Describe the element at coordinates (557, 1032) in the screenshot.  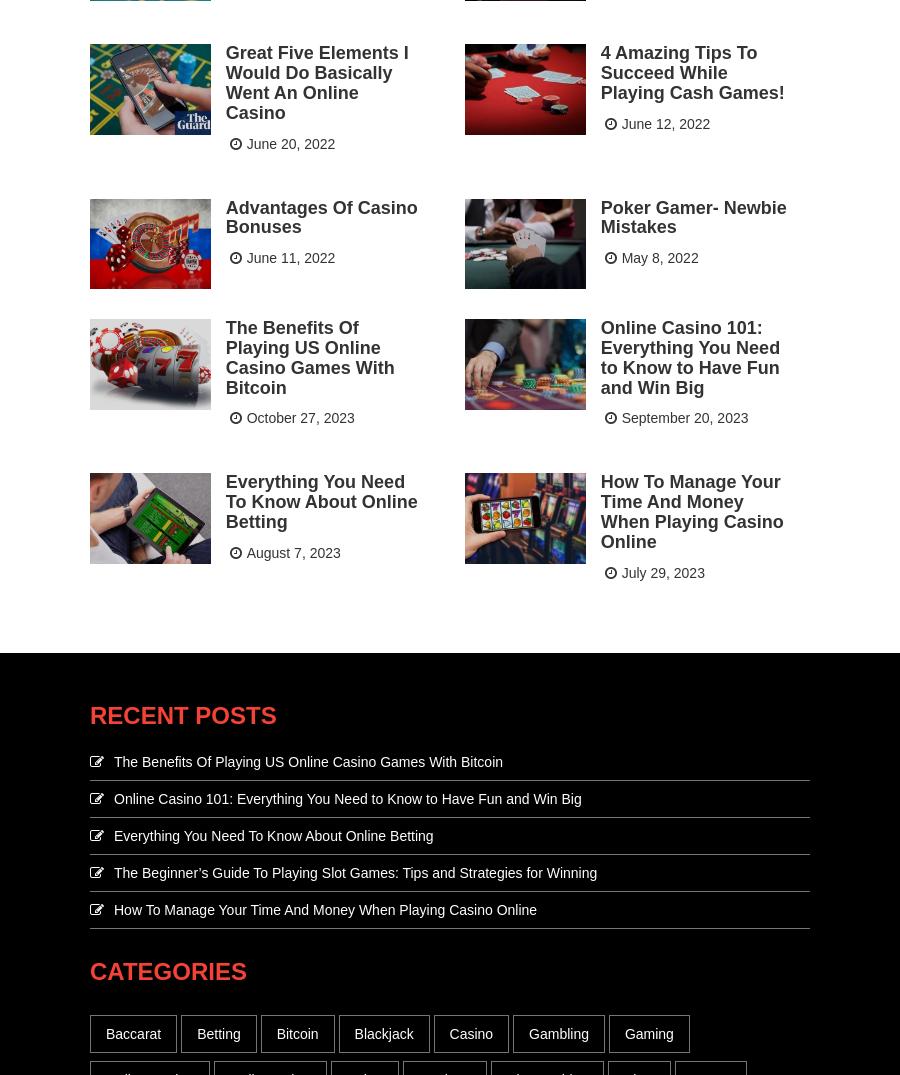
I see `'Gambling'` at that location.